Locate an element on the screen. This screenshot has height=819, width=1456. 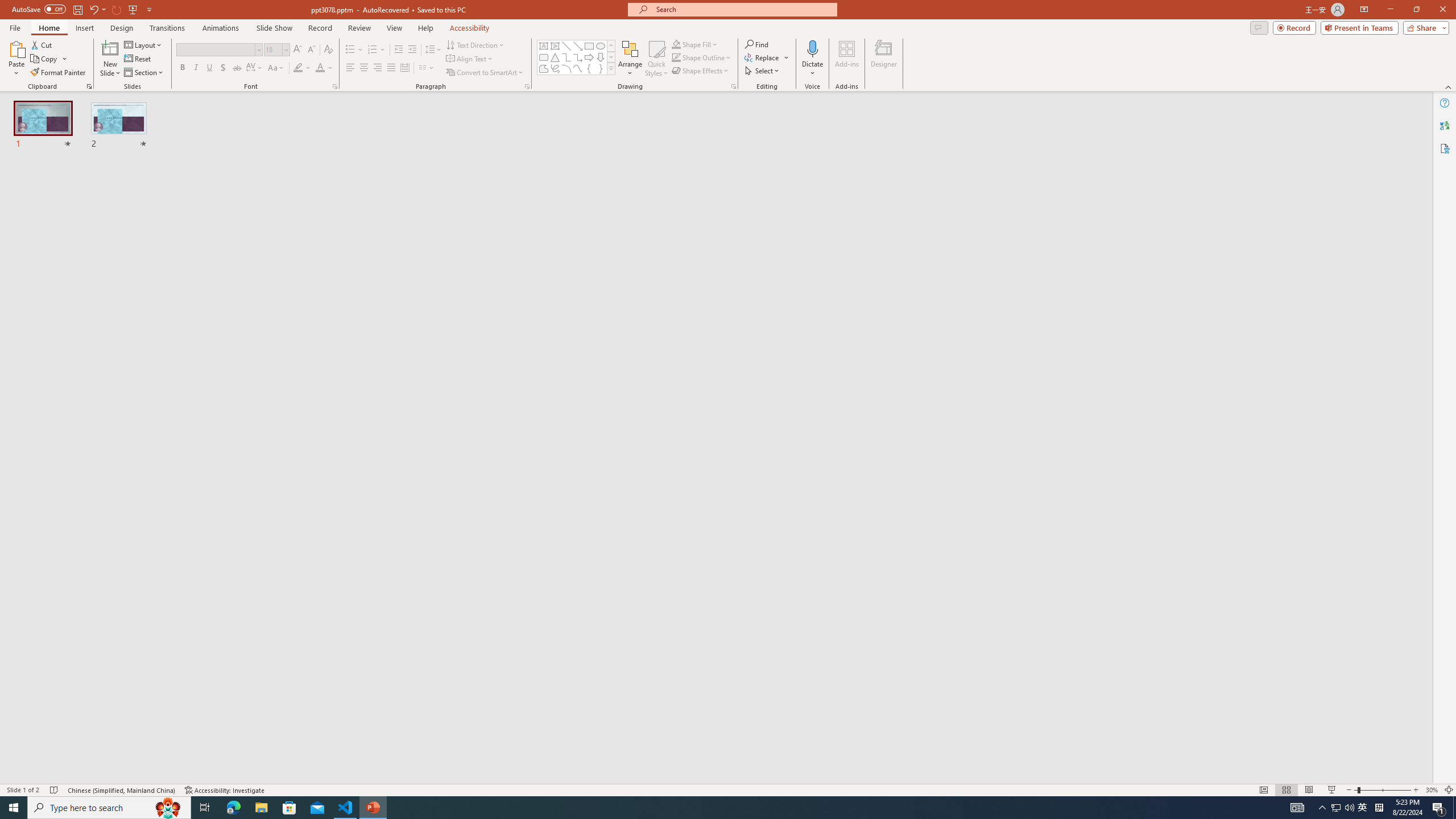
'Bold' is located at coordinates (183, 67).